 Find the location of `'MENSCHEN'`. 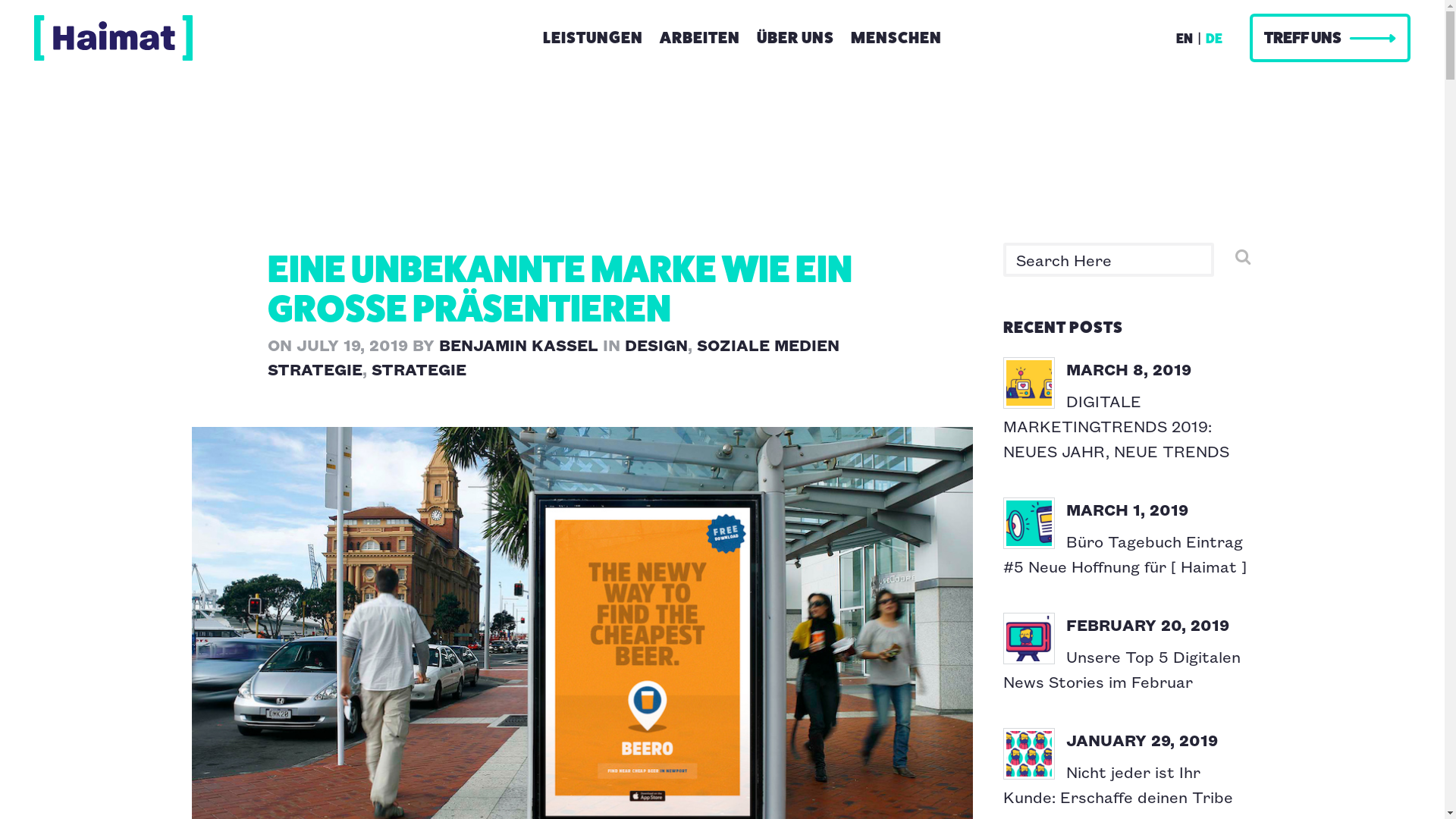

'MENSCHEN' is located at coordinates (896, 26).